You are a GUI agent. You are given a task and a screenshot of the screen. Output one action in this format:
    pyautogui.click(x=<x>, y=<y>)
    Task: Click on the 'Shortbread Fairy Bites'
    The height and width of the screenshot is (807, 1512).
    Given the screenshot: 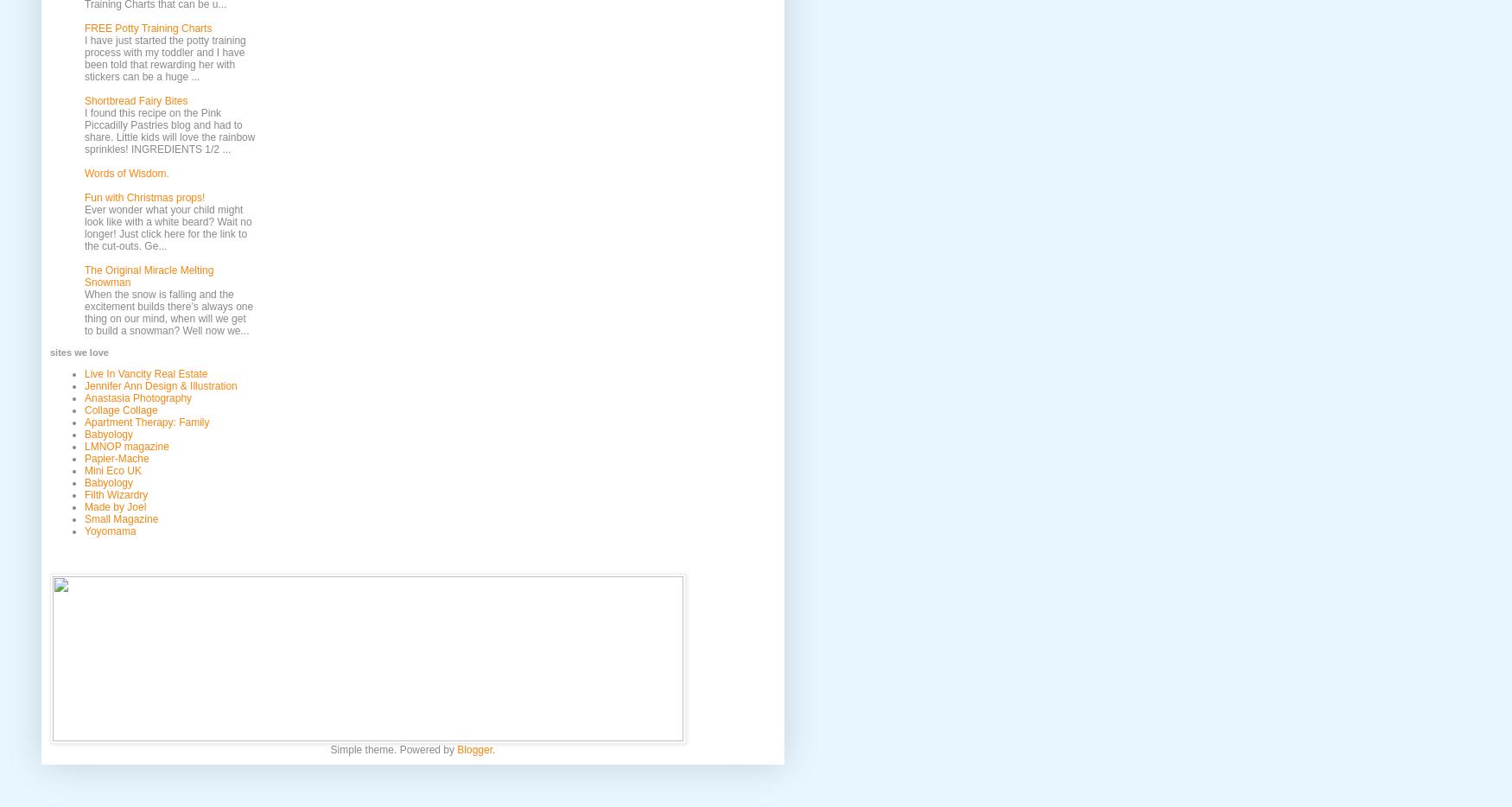 What is the action you would take?
    pyautogui.click(x=135, y=99)
    